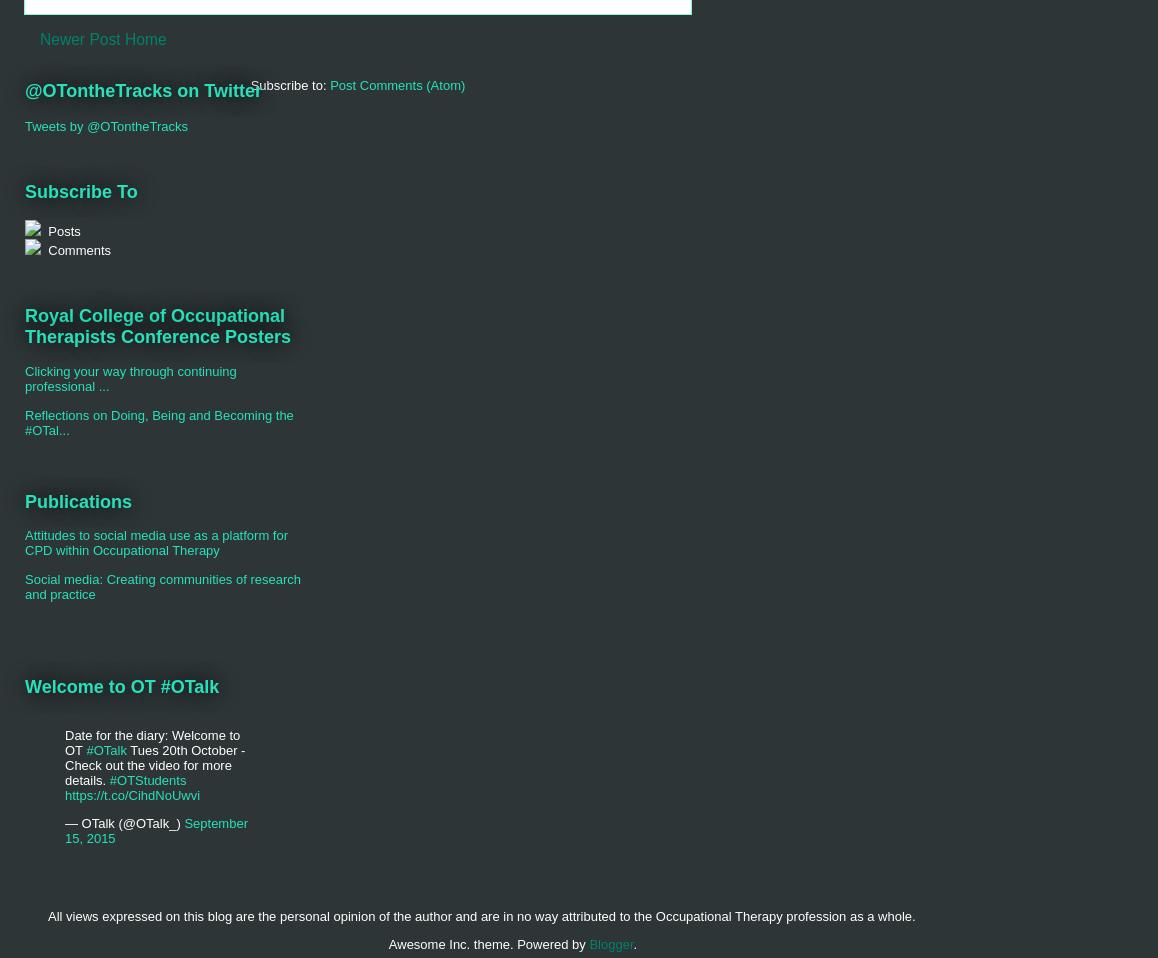 Image resolution: width=1158 pixels, height=958 pixels. Describe the element at coordinates (105, 749) in the screenshot. I see `'#OTalk'` at that location.